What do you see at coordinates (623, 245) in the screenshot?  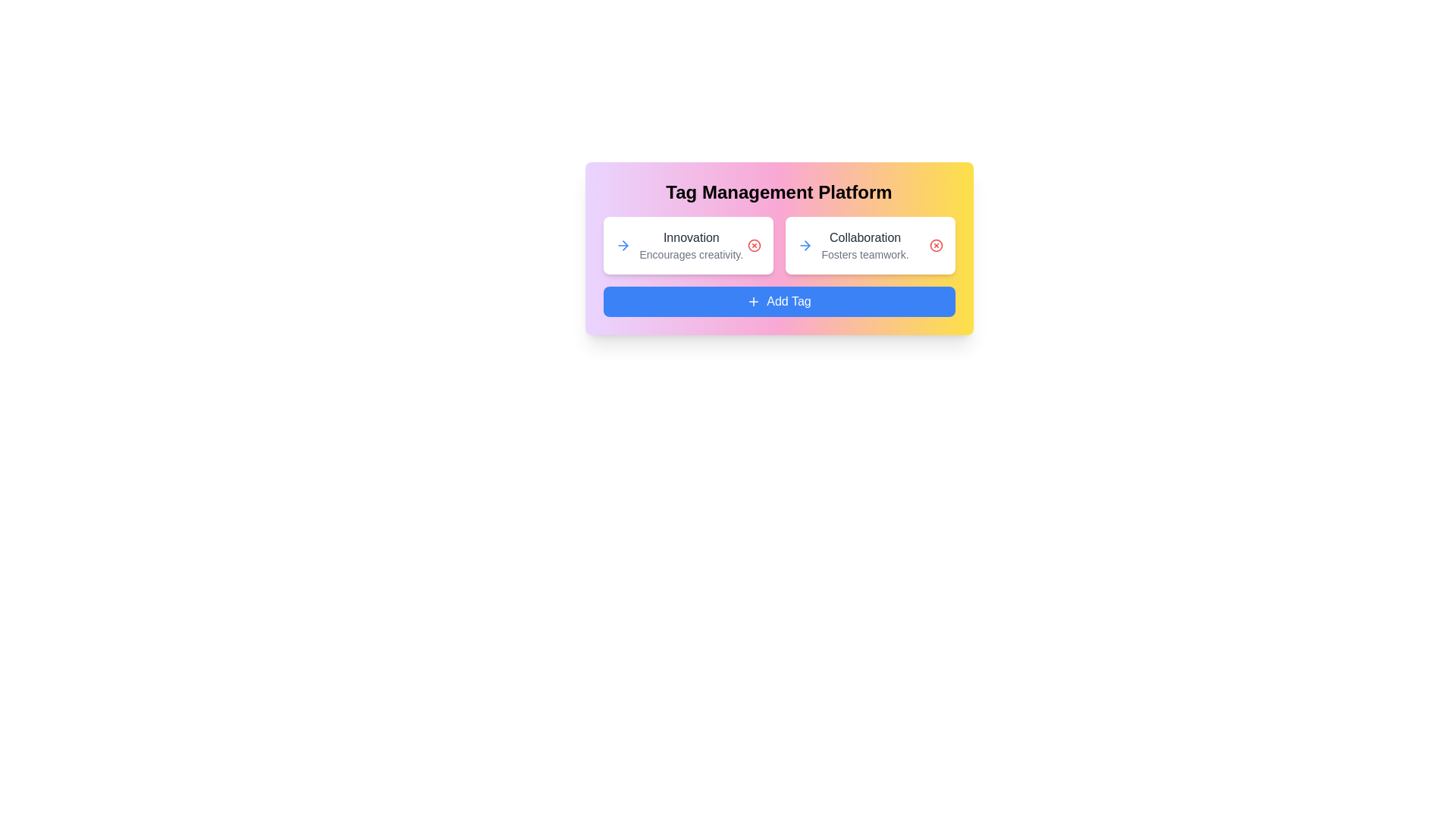 I see `the arrow icon for the tag Innovation` at bounding box center [623, 245].